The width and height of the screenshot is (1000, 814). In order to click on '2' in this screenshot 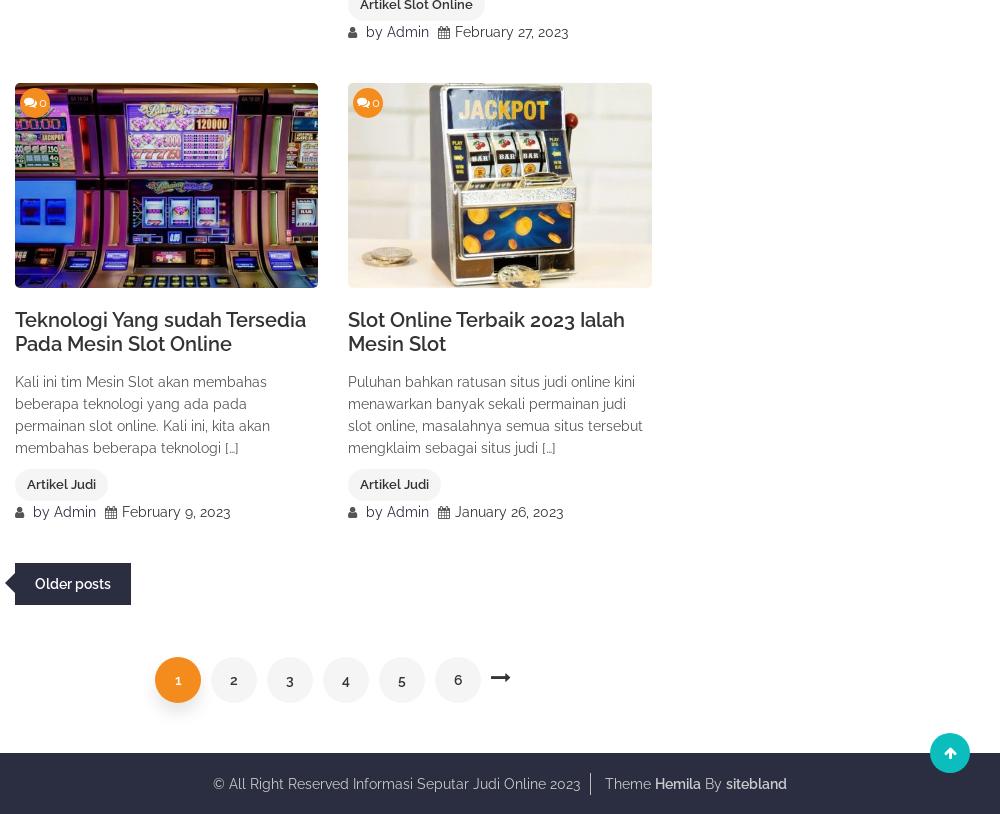, I will do `click(233, 680)`.